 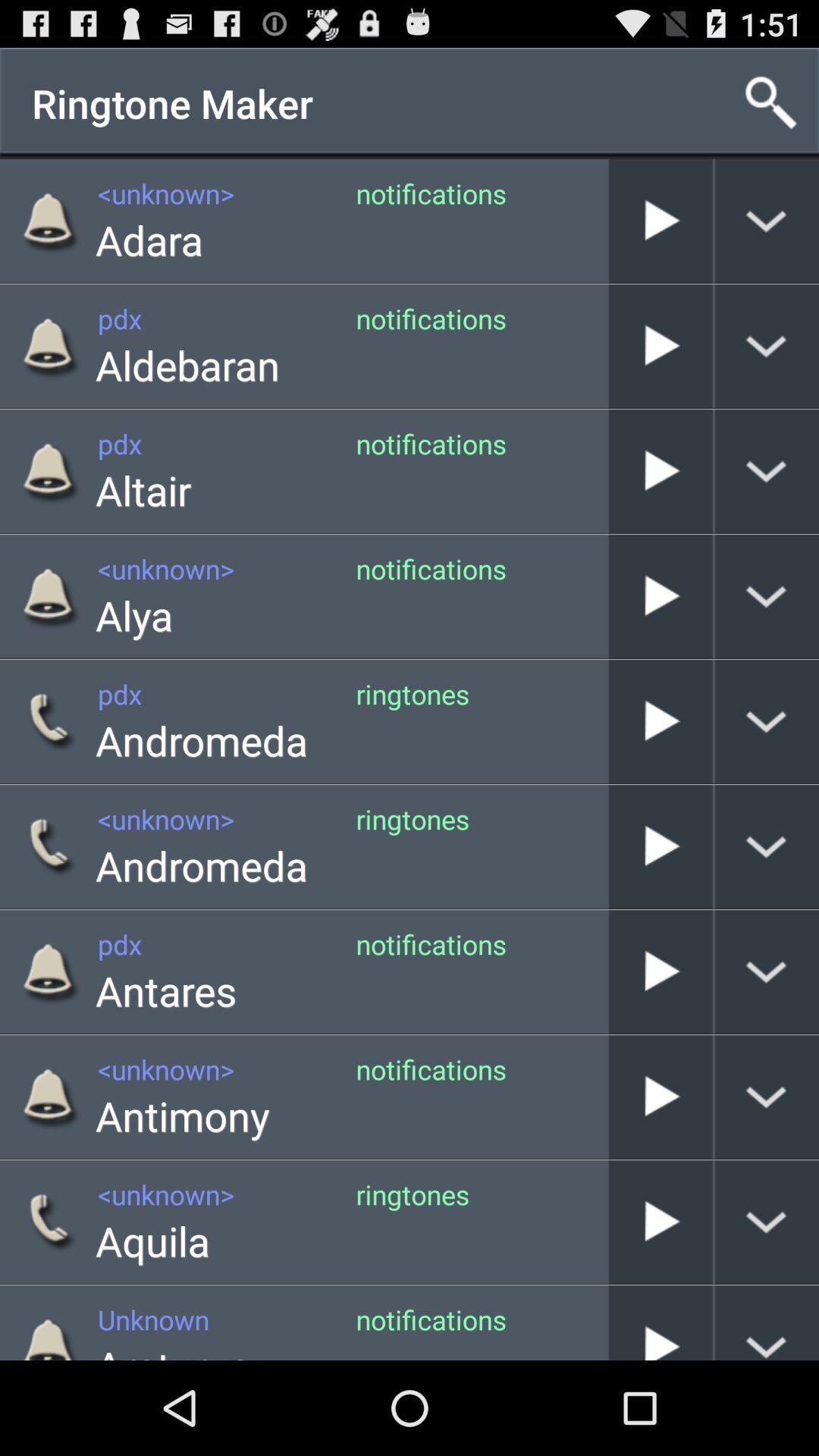 I want to click on sound, so click(x=660, y=595).